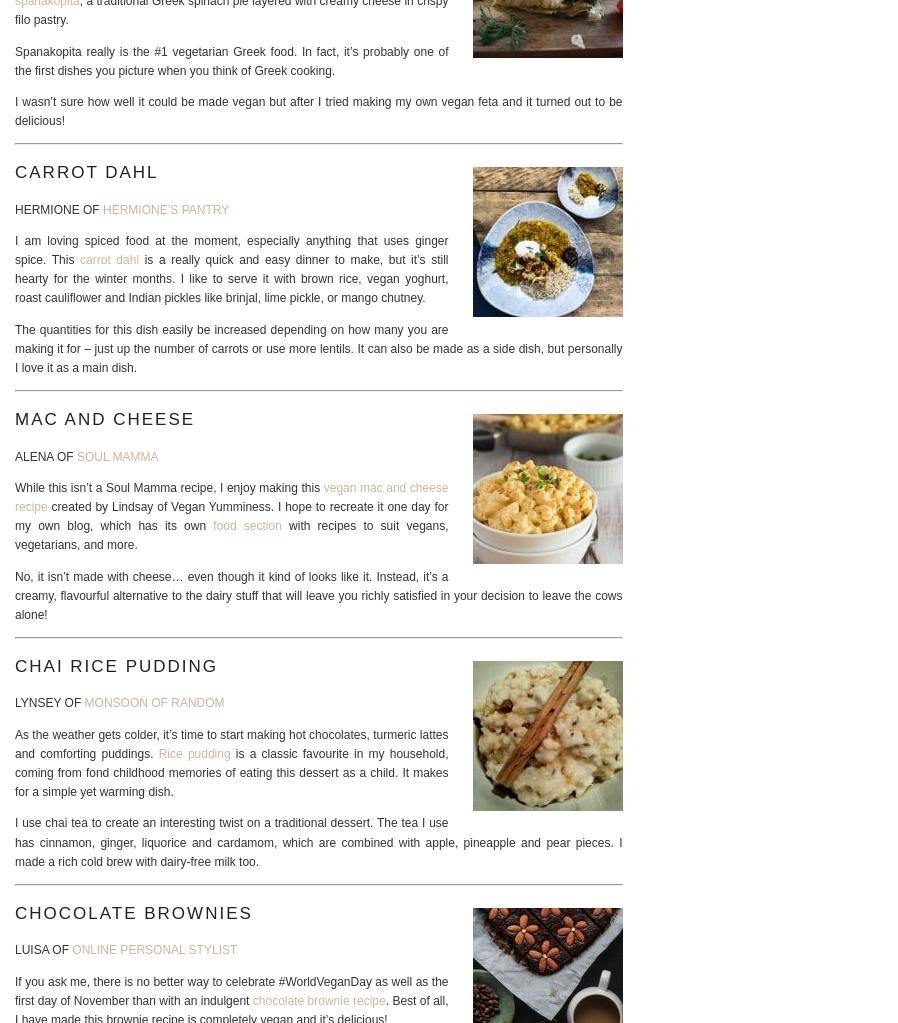 The width and height of the screenshot is (898, 1023). What do you see at coordinates (13, 110) in the screenshot?
I see `'I wasn’t sure how well it could be made vegan but after I tried making my own vegan feta and it turned out to be delicious!'` at bounding box center [13, 110].